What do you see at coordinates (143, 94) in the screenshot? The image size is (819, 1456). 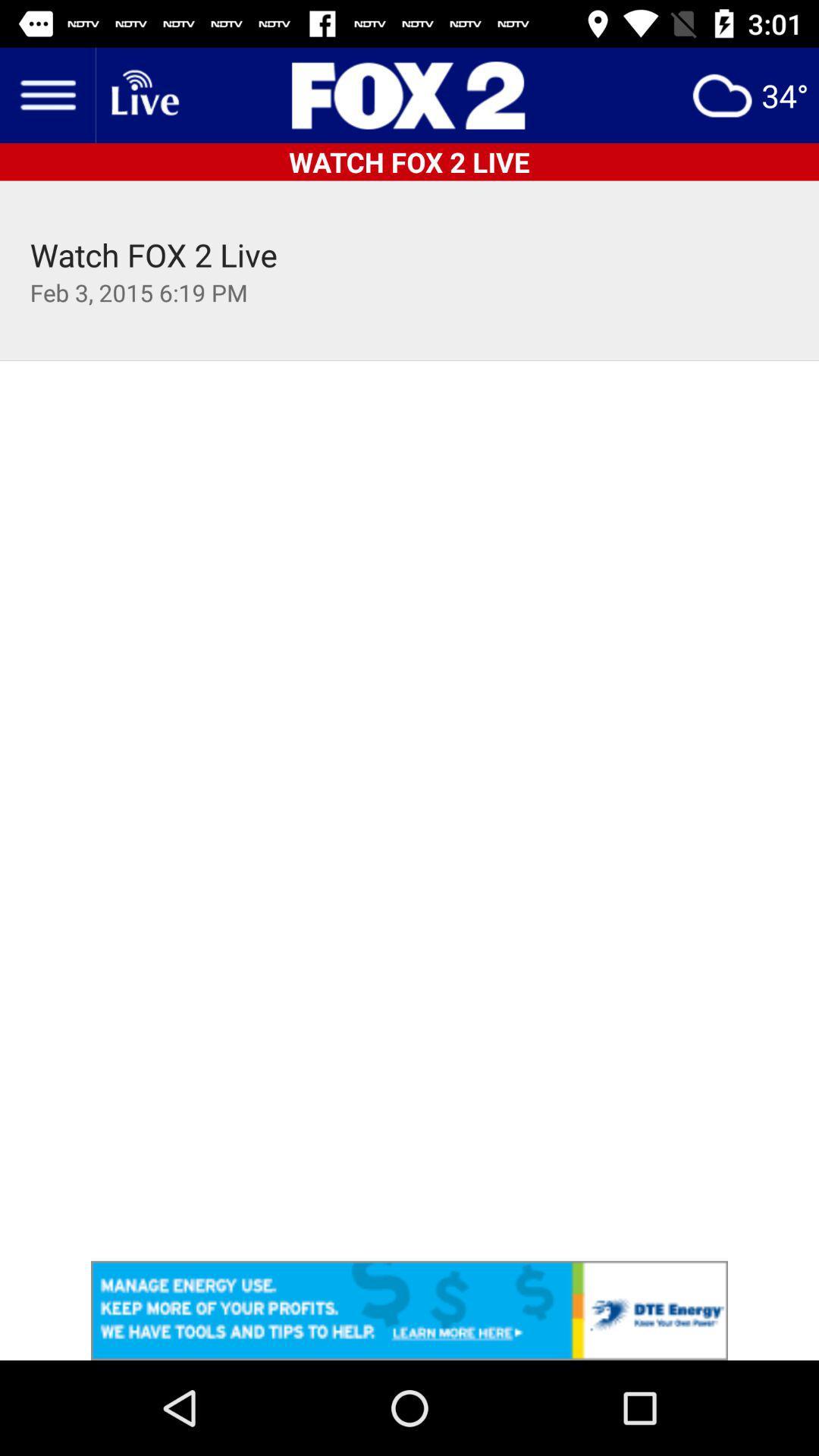 I see `the text just before the header` at bounding box center [143, 94].